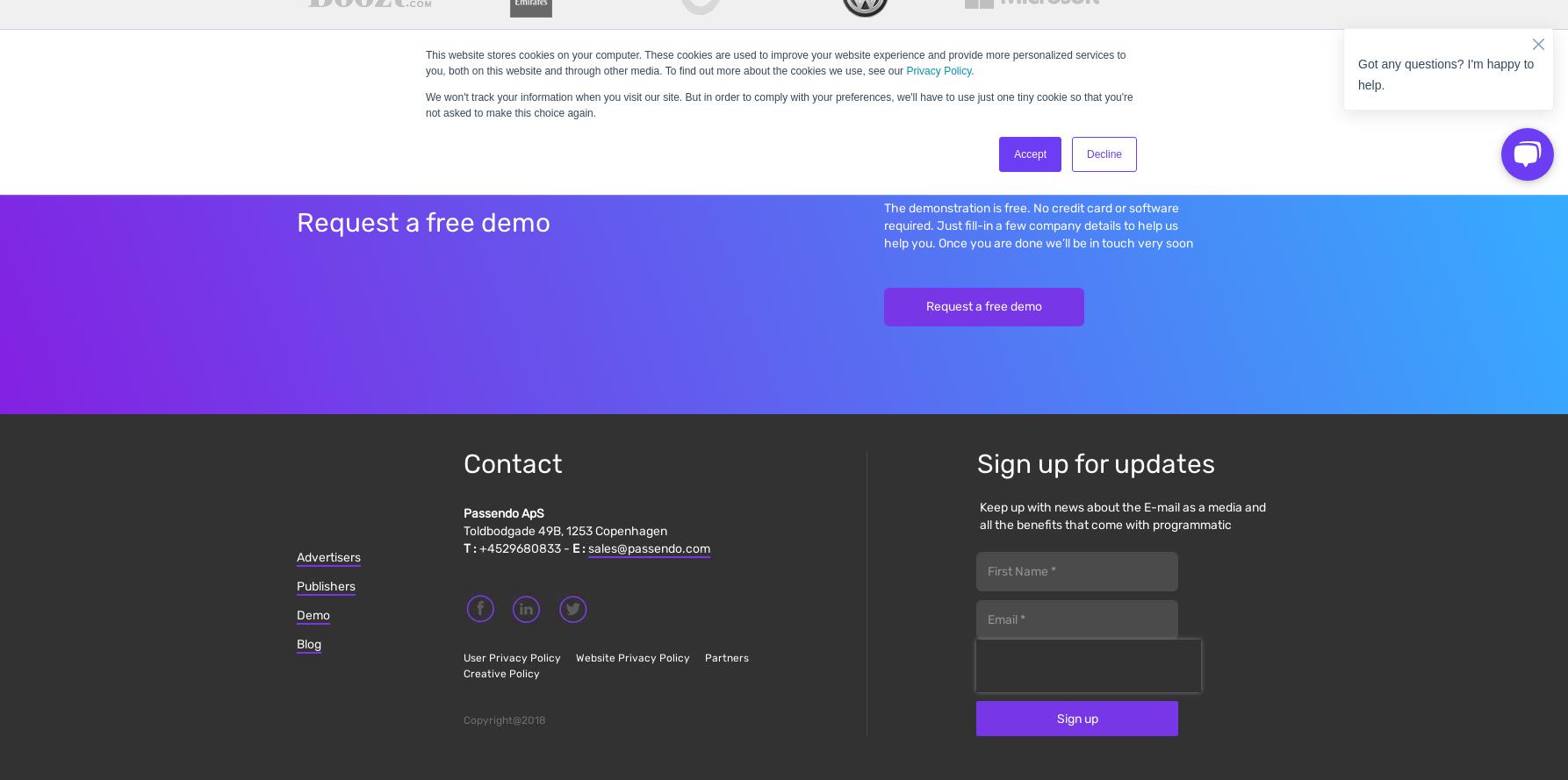  What do you see at coordinates (425, 104) in the screenshot?
I see `'We won't track your information when you visit our site. But in order to comply with your preferences, we'll have to use just one tiny cookie so that you're not asked to make this choice again.'` at bounding box center [425, 104].